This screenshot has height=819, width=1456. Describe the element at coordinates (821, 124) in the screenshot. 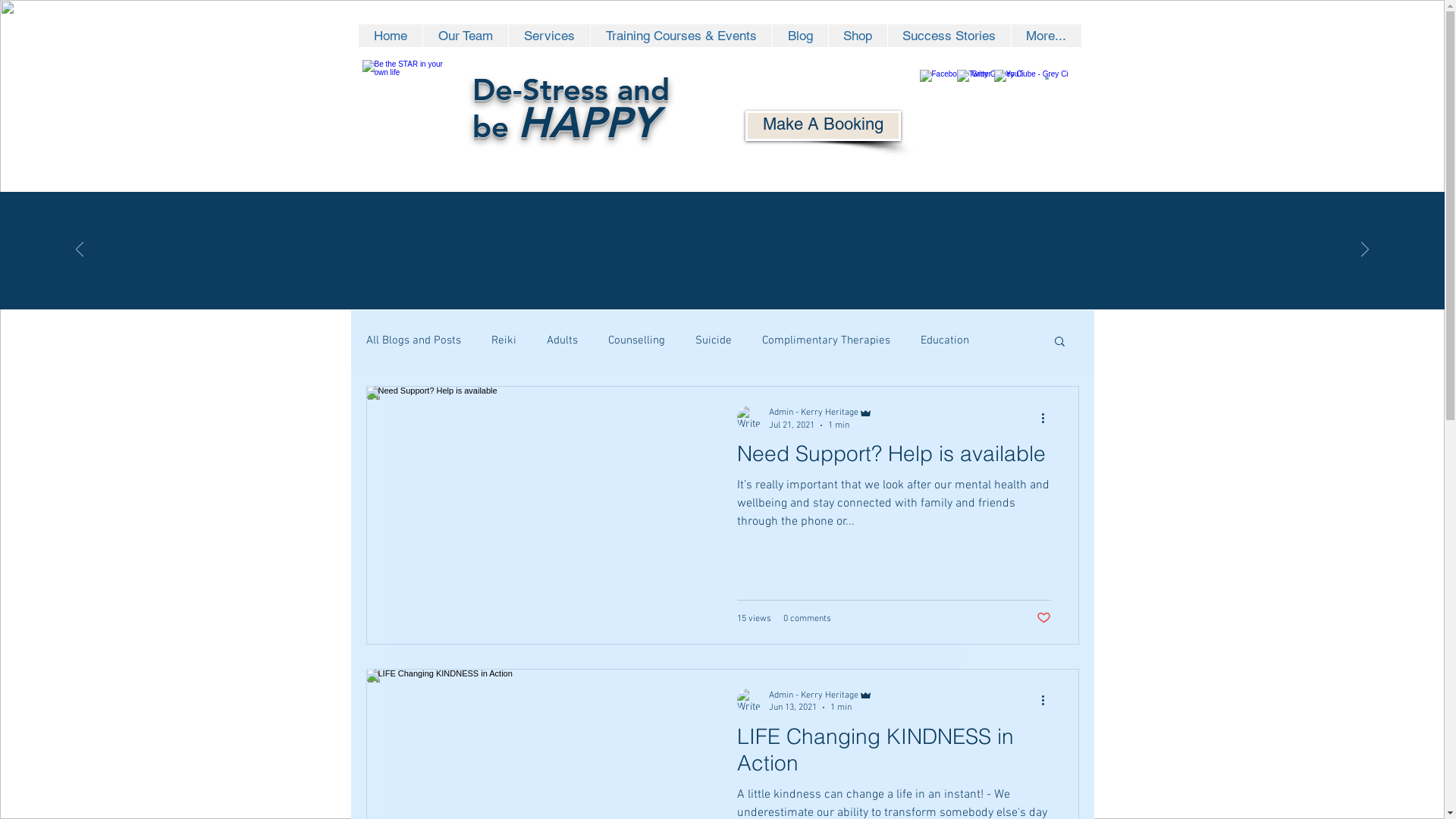

I see `'Make A Booking'` at that location.